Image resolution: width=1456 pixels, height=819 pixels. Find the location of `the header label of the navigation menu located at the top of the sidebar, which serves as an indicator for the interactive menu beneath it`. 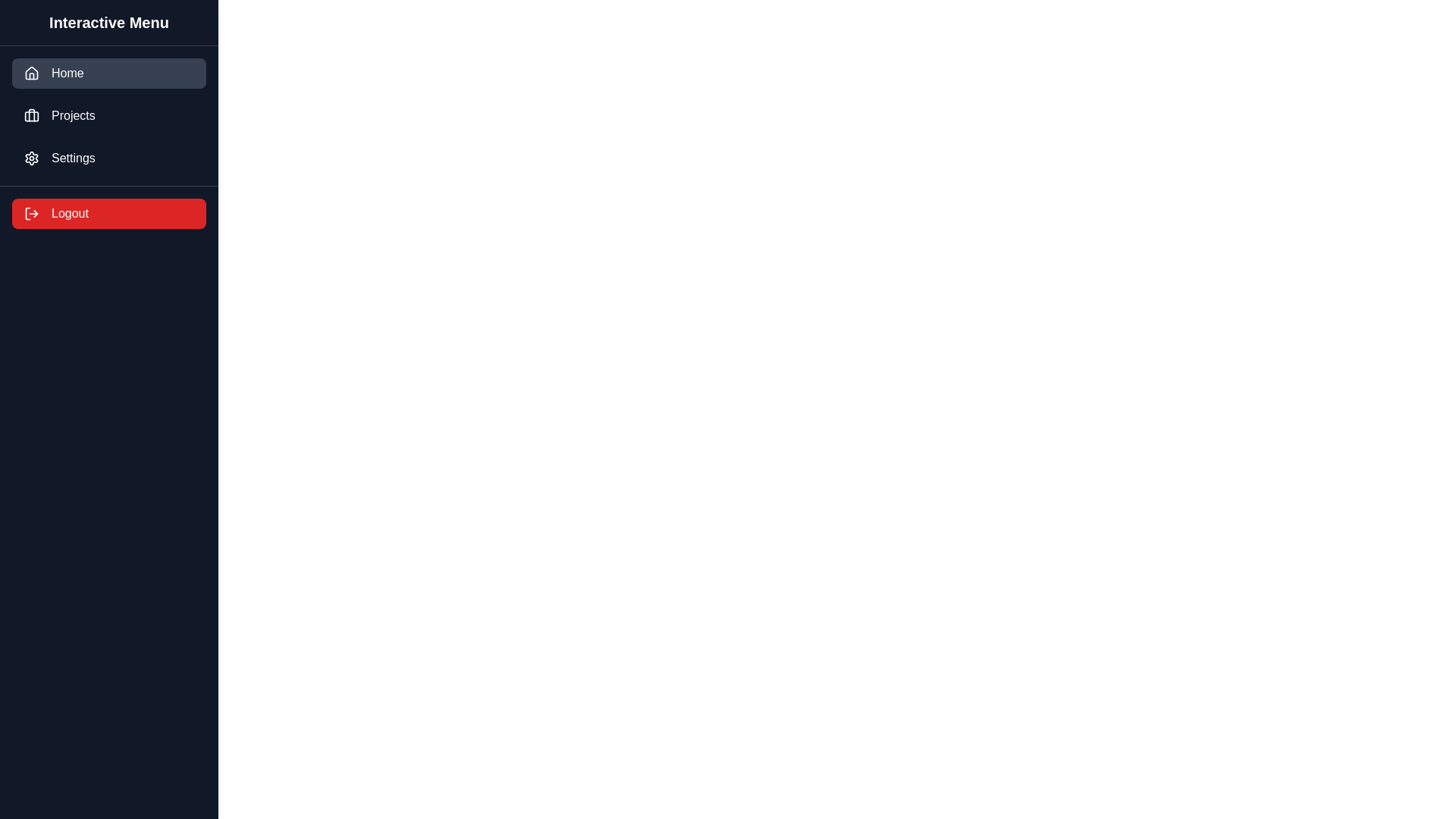

the header label of the navigation menu located at the top of the sidebar, which serves as an indicator for the interactive menu beneath it is located at coordinates (108, 23).